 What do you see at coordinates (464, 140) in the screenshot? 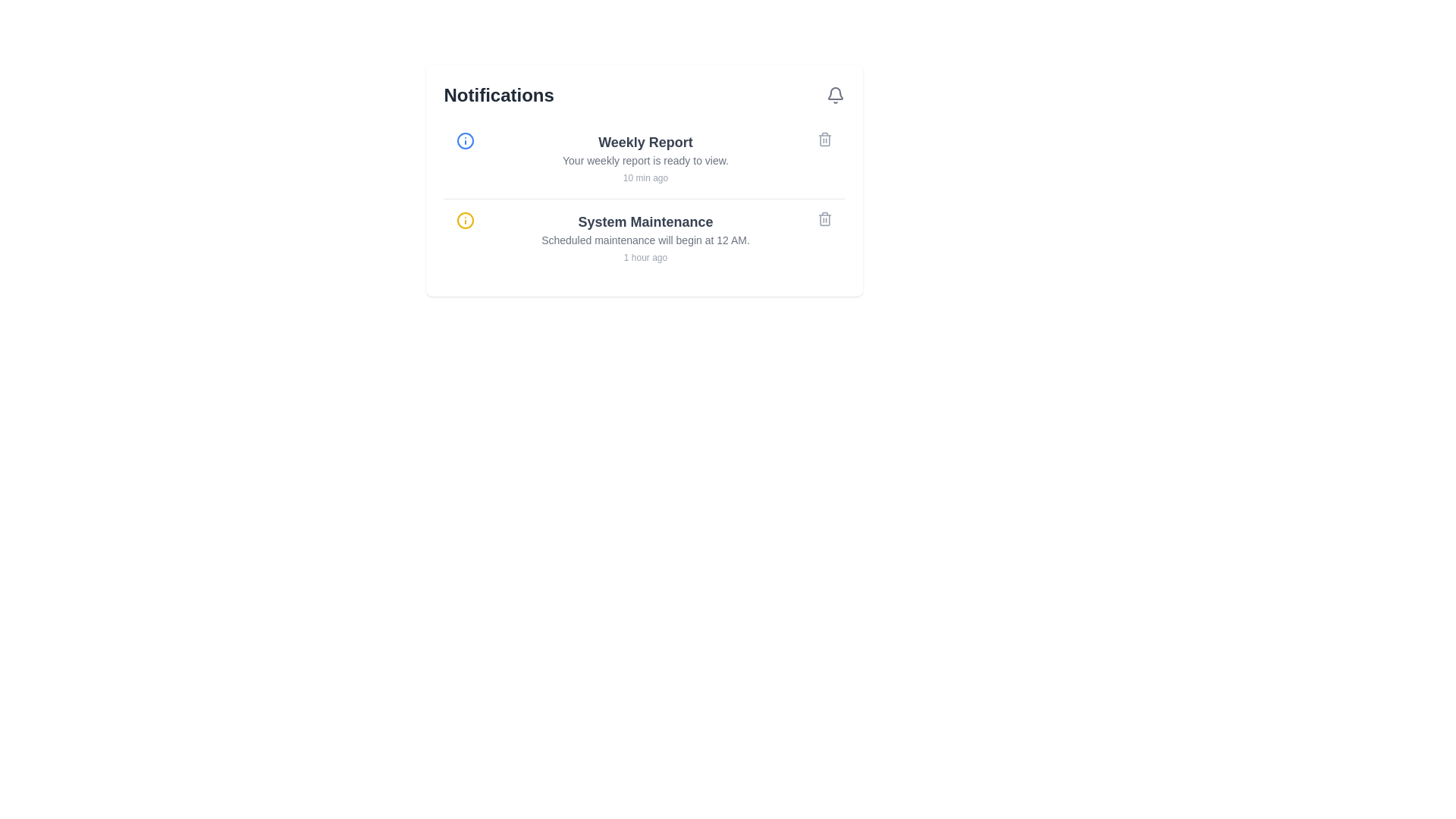
I see `the circular icon with a blue outline and hollow interior resembling an information symbol, located to the far left within the 'Weekly Report' notification item` at bounding box center [464, 140].